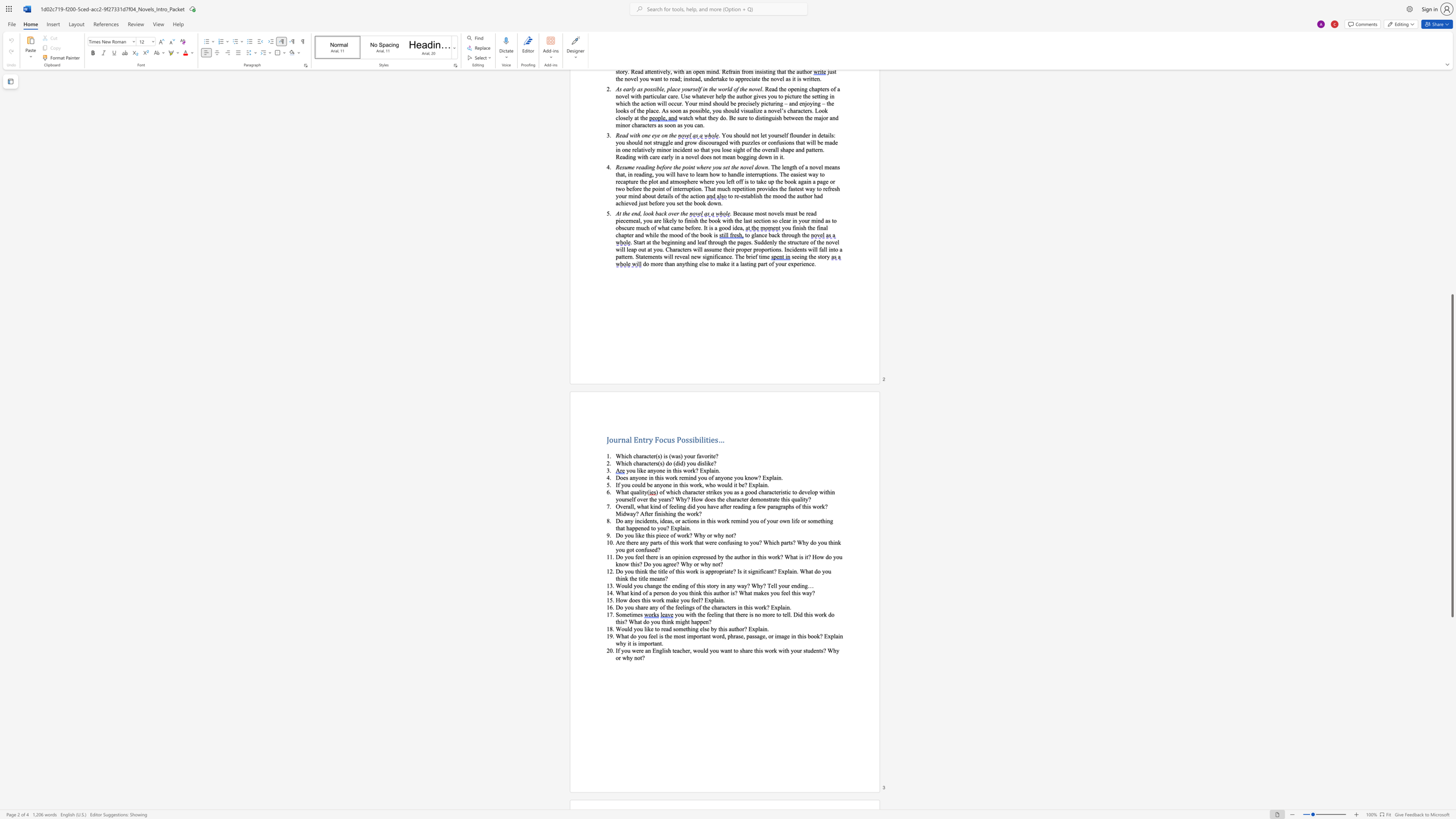 This screenshot has width=1456, height=819. What do you see at coordinates (802, 499) in the screenshot?
I see `the space between the continuous character "l" and "i" in the text` at bounding box center [802, 499].